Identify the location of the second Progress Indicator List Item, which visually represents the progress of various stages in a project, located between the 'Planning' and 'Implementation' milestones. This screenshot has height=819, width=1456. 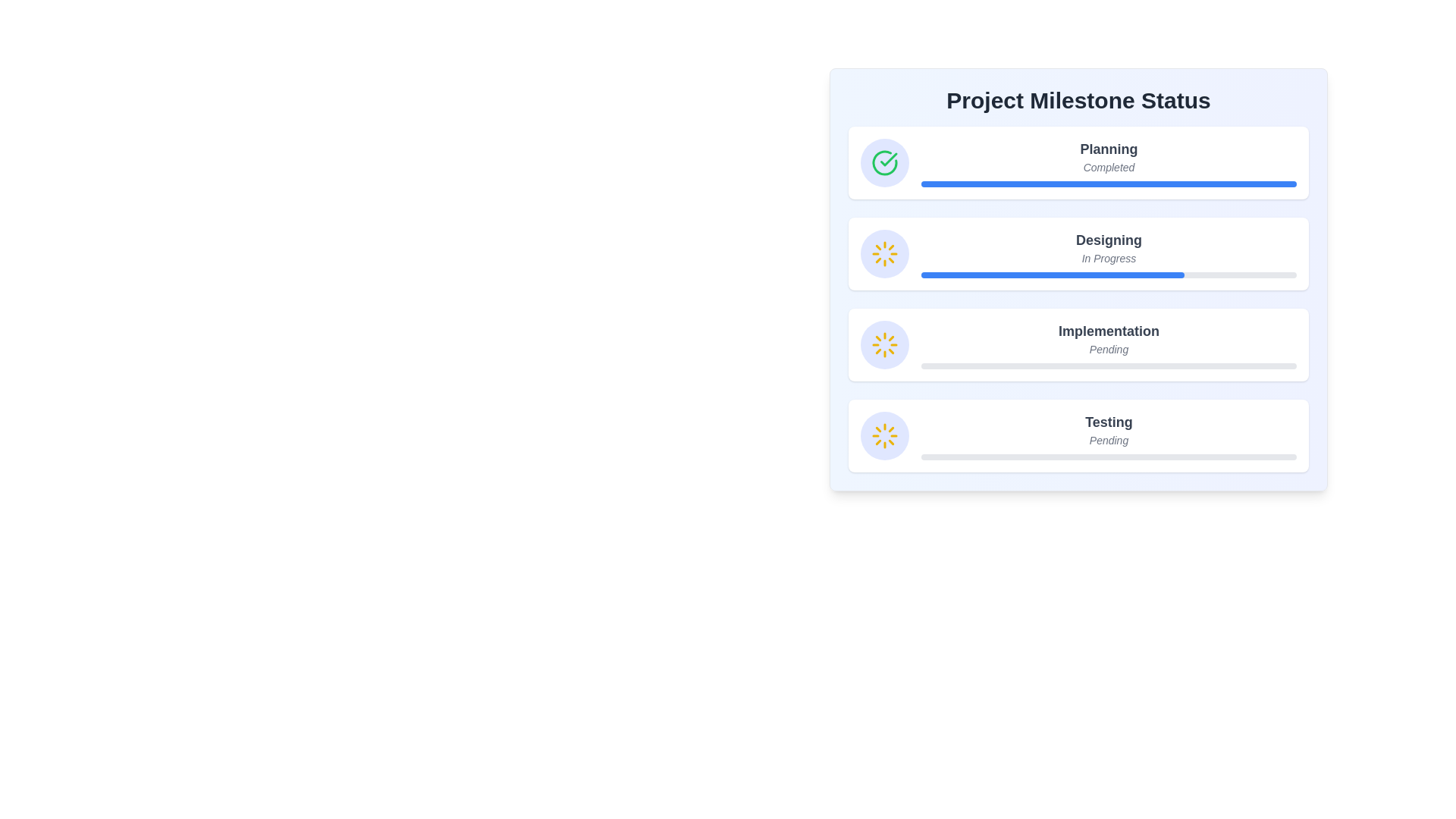
(1078, 299).